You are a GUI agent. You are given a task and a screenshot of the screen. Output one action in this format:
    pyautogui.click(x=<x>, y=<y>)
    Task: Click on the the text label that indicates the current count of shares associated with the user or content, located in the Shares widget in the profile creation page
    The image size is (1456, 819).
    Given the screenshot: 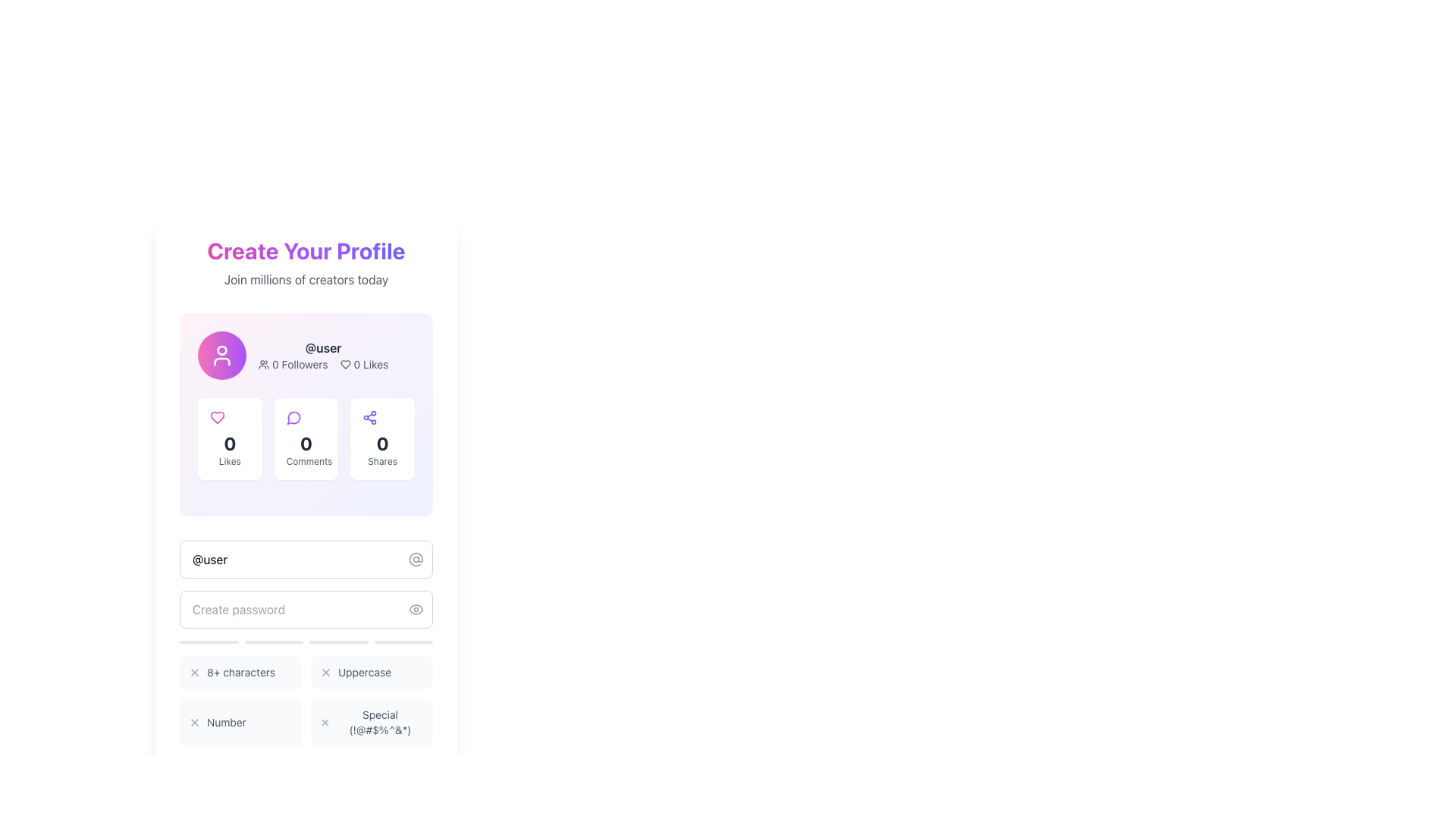 What is the action you would take?
    pyautogui.click(x=382, y=444)
    